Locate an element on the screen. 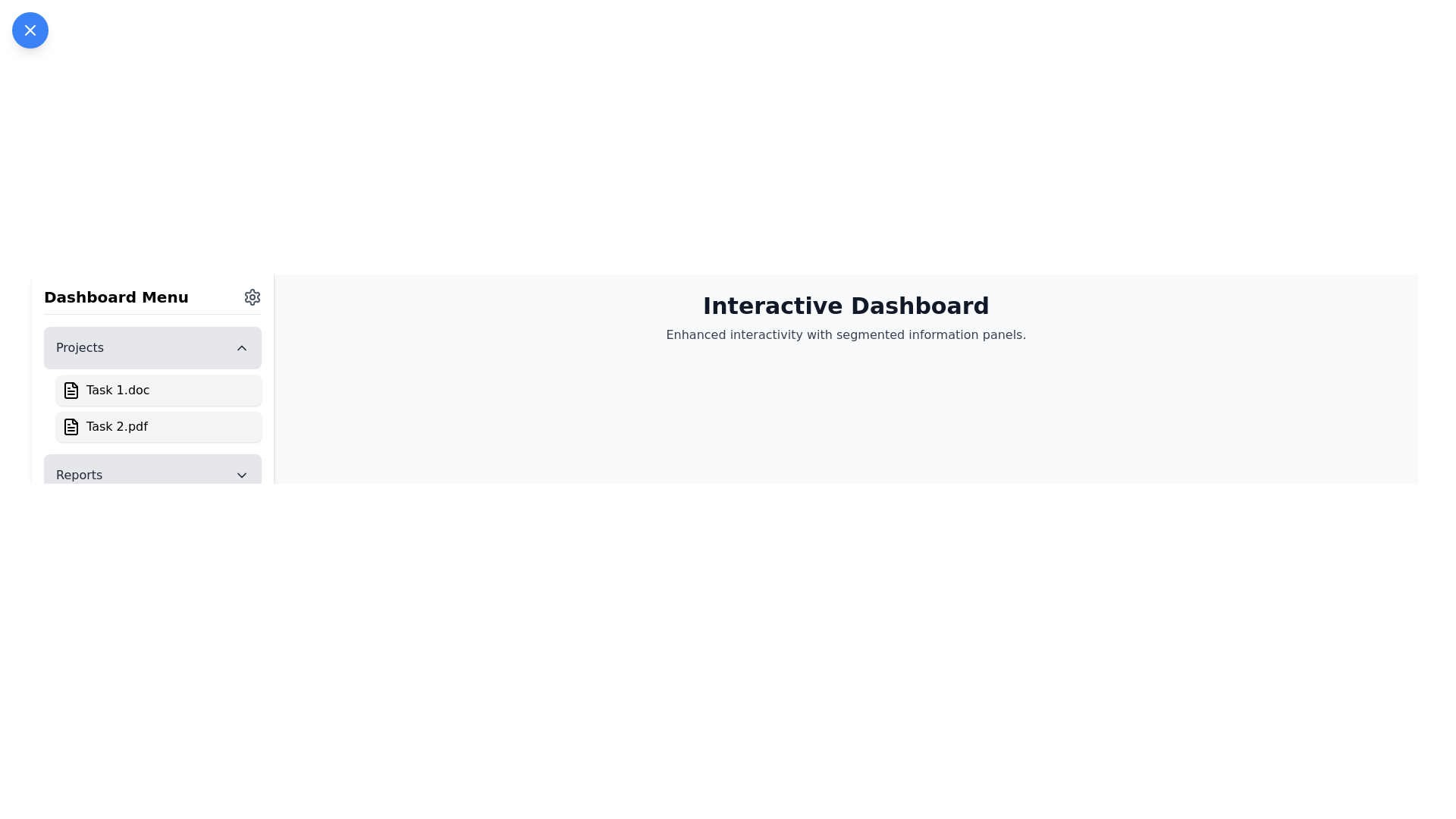 This screenshot has height=819, width=1456. the chevron icon located at the far right end of the 'Projects' button in the left sidebar menu is located at coordinates (240, 348).